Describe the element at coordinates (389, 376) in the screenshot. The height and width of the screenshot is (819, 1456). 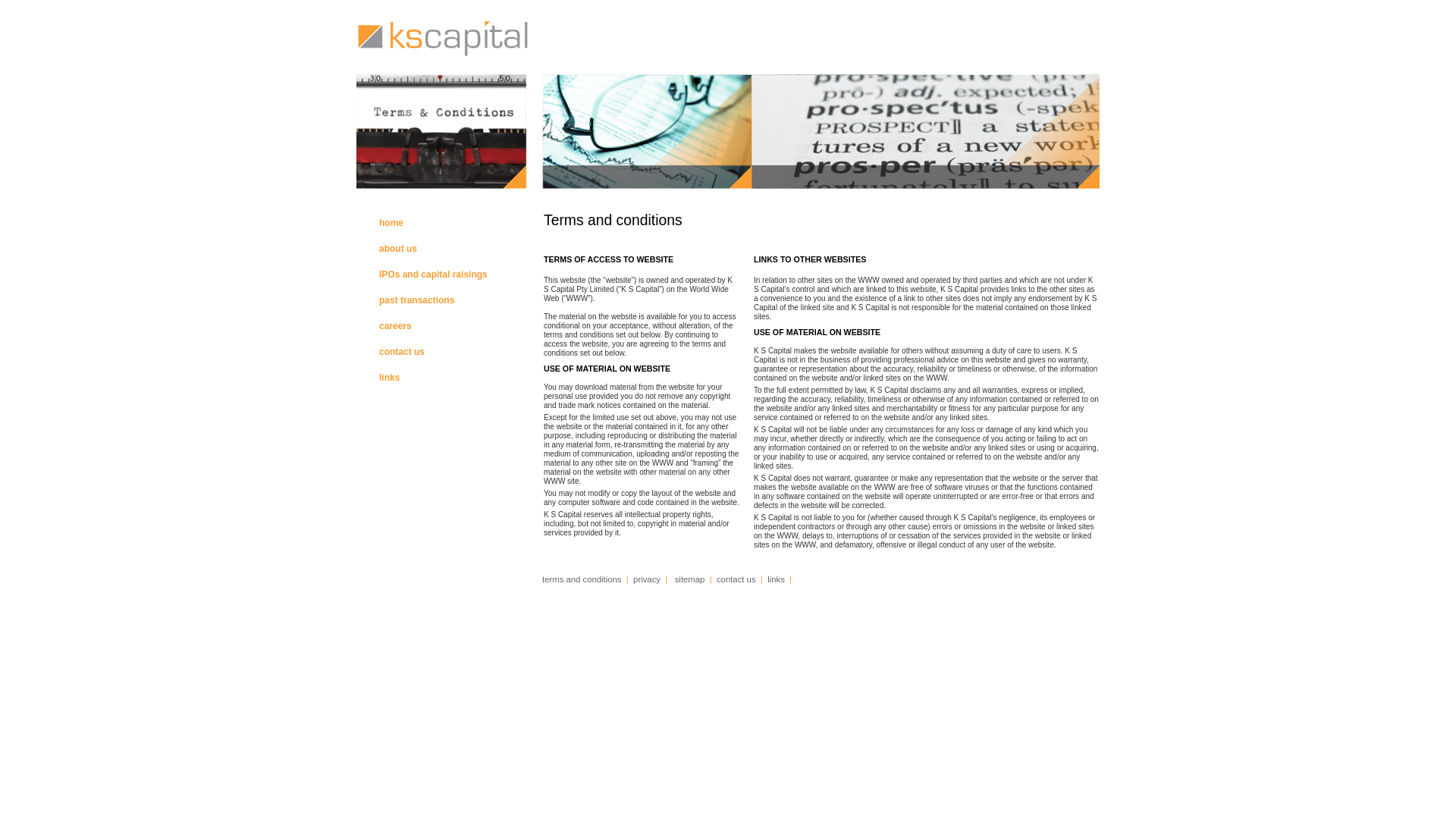
I see `'links'` at that location.